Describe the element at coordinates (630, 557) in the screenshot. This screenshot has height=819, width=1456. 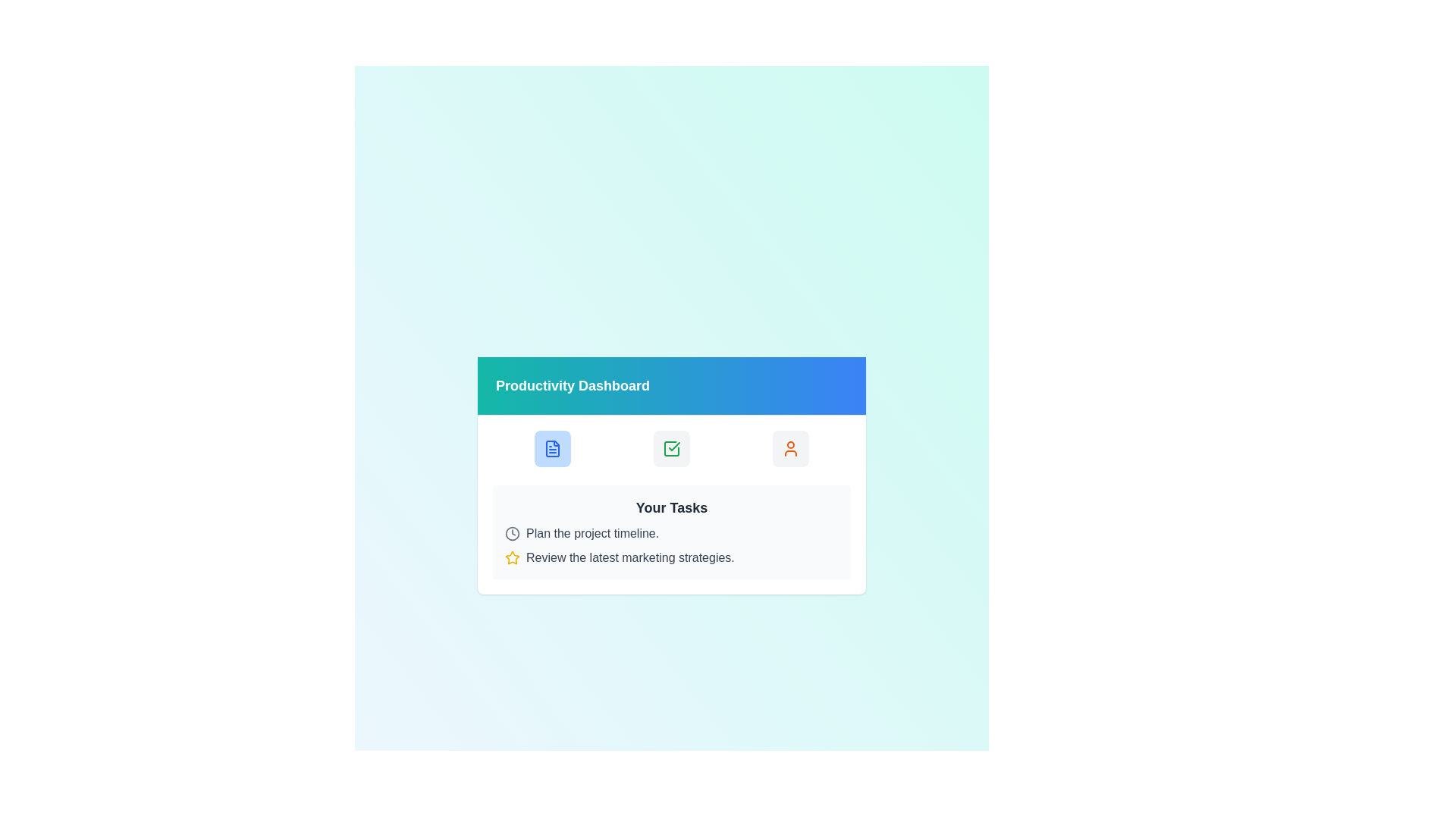
I see `the text label stating 'Review the latest marketing strategies.' located under the 'Your Tasks' section for focus` at that location.